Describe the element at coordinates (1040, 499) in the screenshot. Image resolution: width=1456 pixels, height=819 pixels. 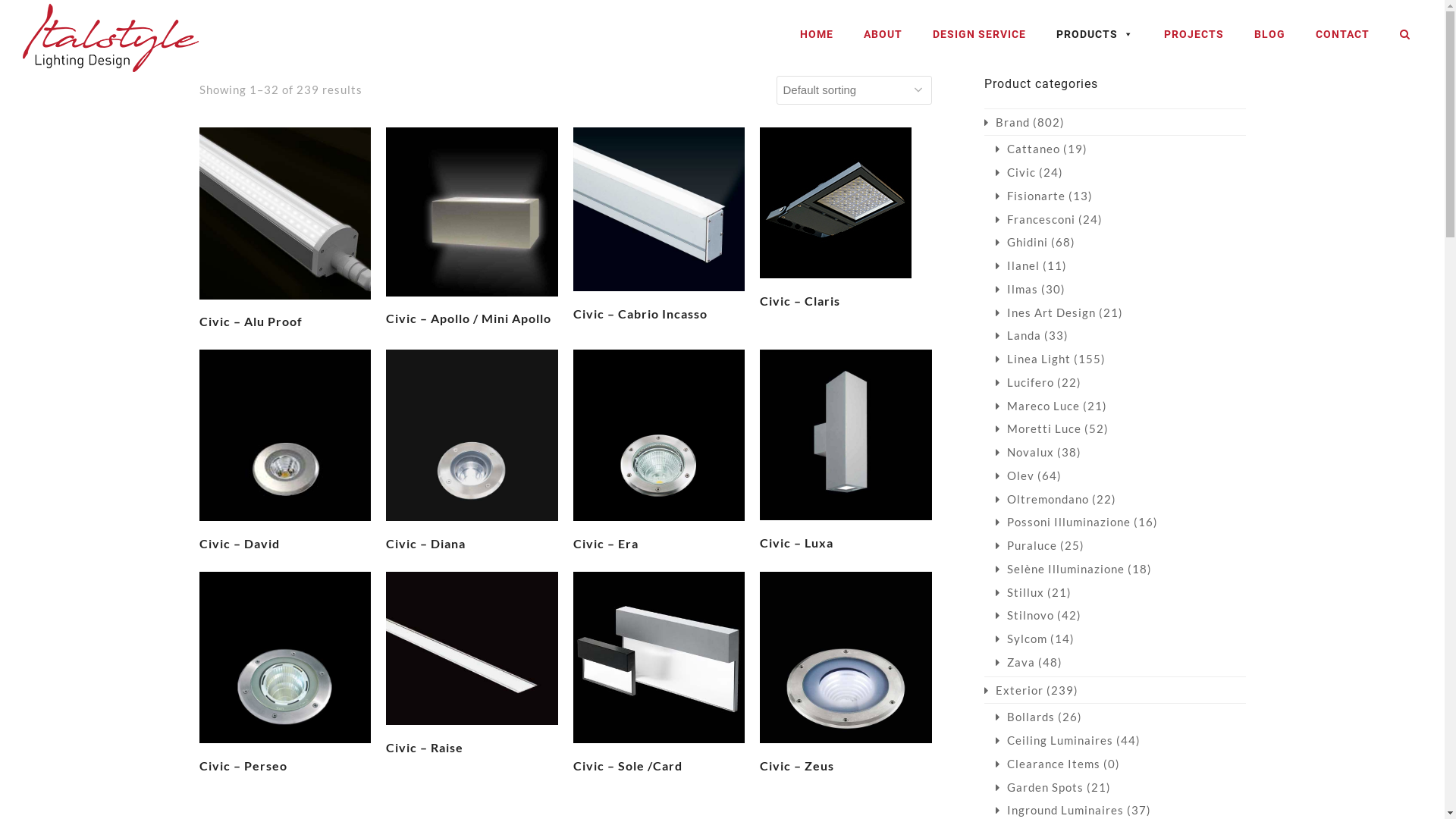
I see `'Oltremondano'` at that location.